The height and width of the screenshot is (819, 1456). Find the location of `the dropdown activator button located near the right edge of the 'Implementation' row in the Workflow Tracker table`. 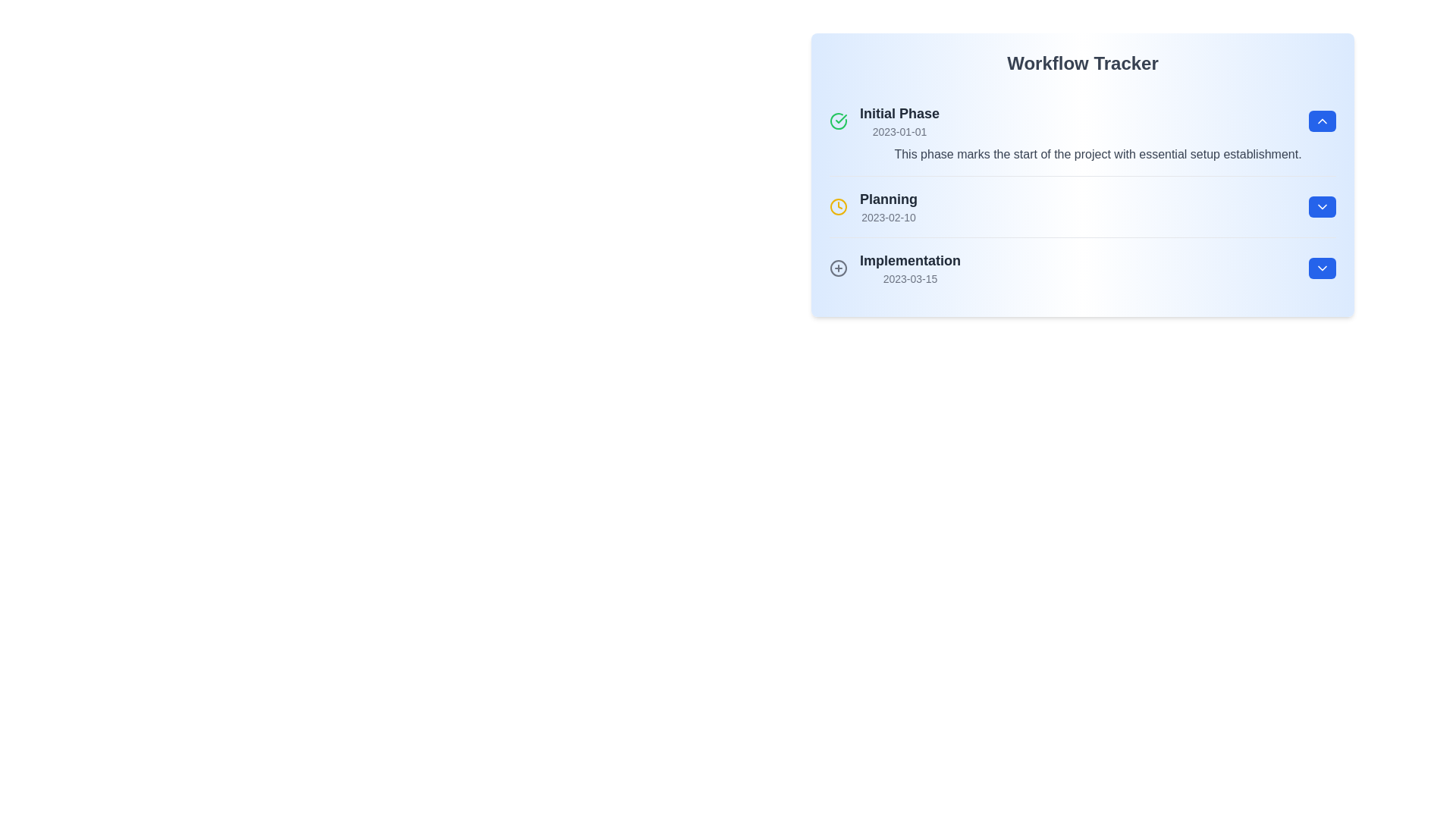

the dropdown activator button located near the right edge of the 'Implementation' row in the Workflow Tracker table is located at coordinates (1321, 268).